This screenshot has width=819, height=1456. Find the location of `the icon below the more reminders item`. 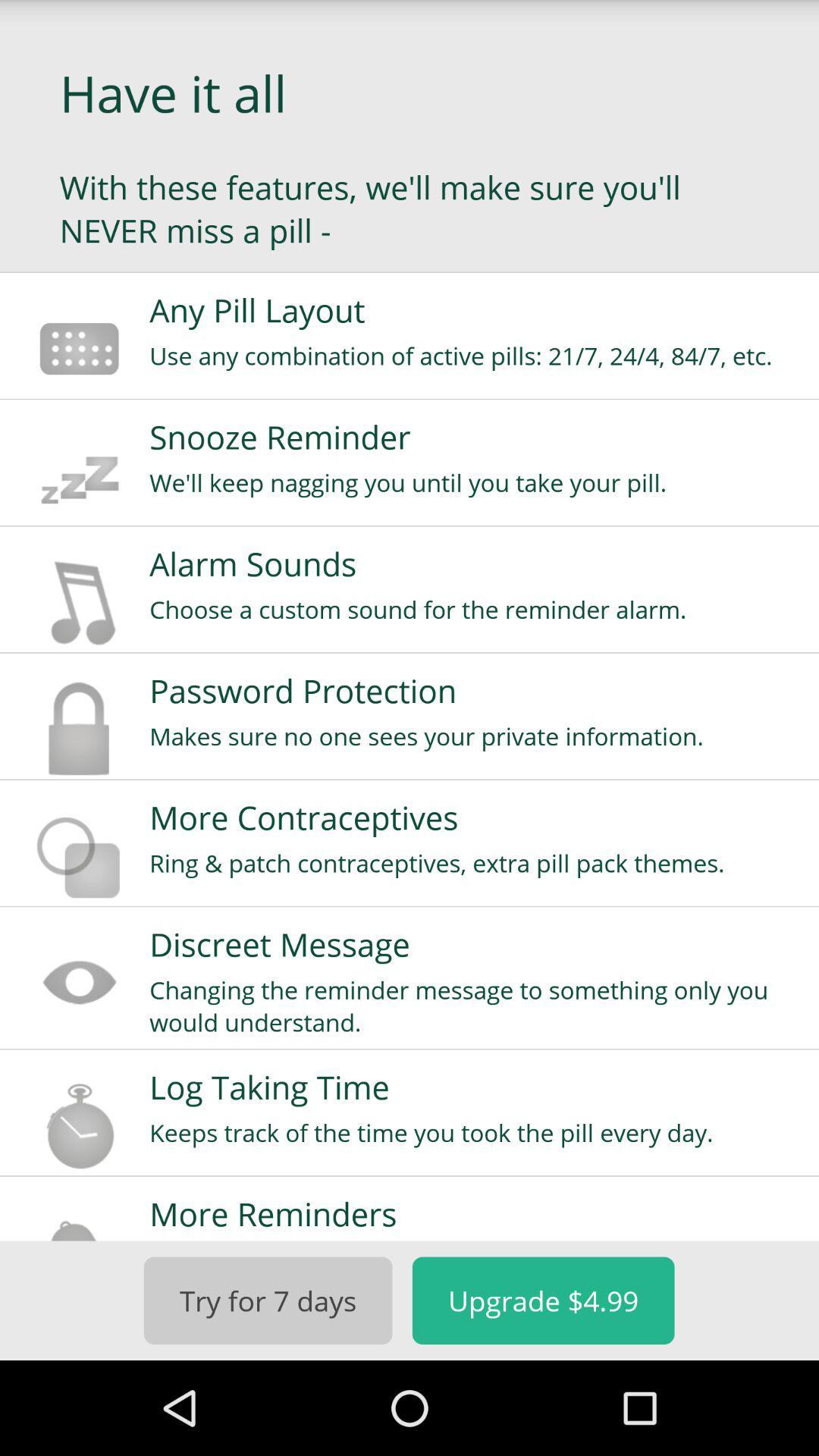

the icon below the more reminders item is located at coordinates (542, 1300).